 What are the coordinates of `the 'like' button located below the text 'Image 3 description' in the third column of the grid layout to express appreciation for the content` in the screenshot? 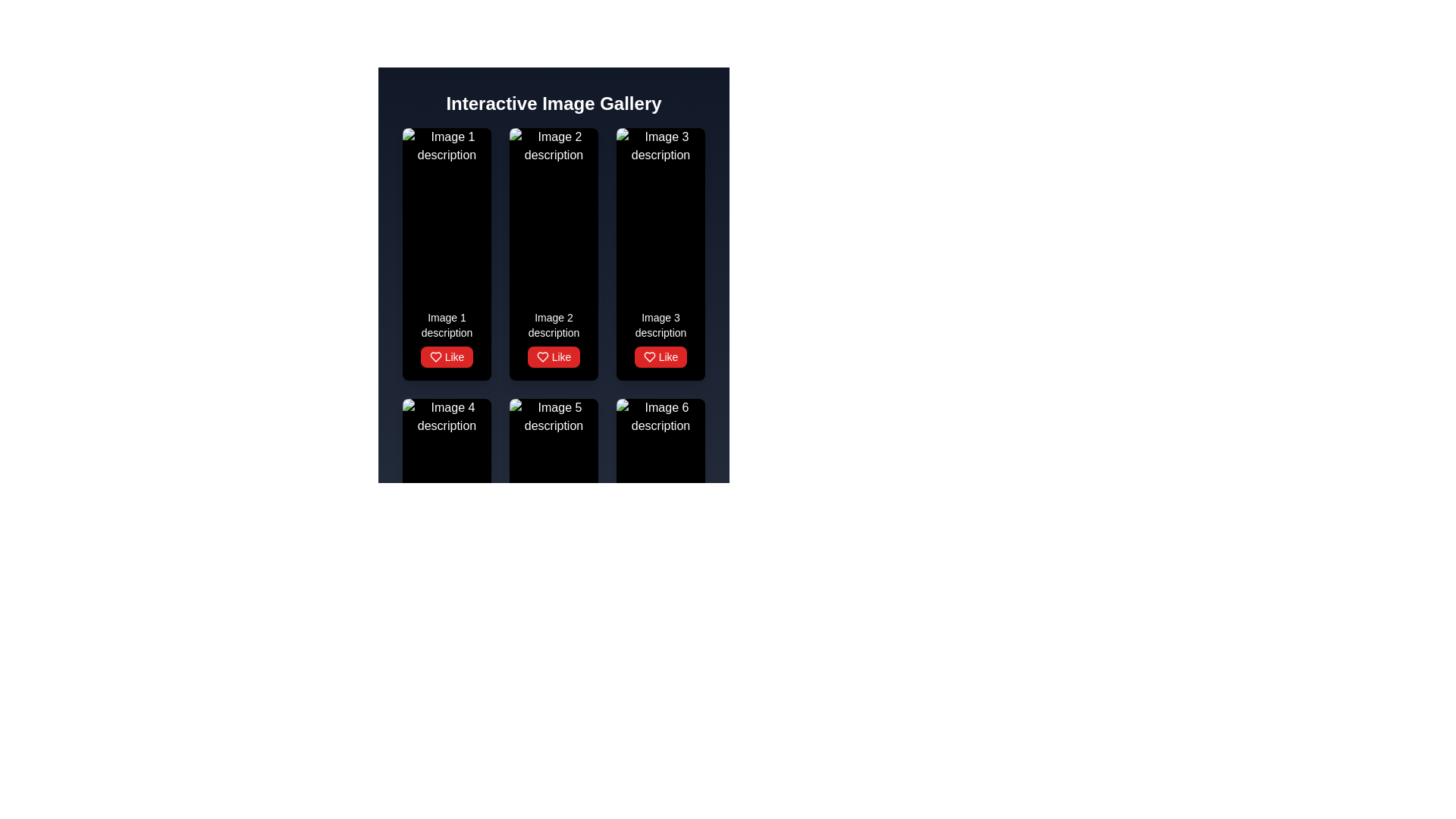 It's located at (661, 356).